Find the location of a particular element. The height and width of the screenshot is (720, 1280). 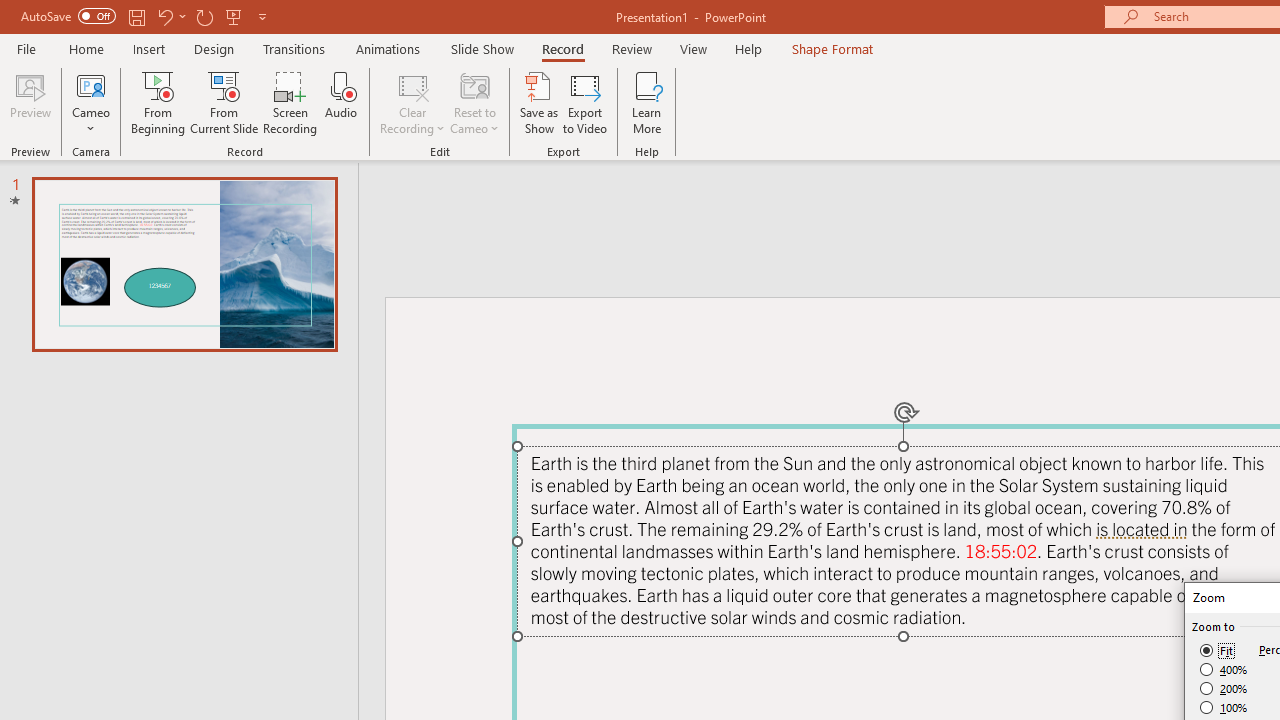

'Fit' is located at coordinates (1216, 650).